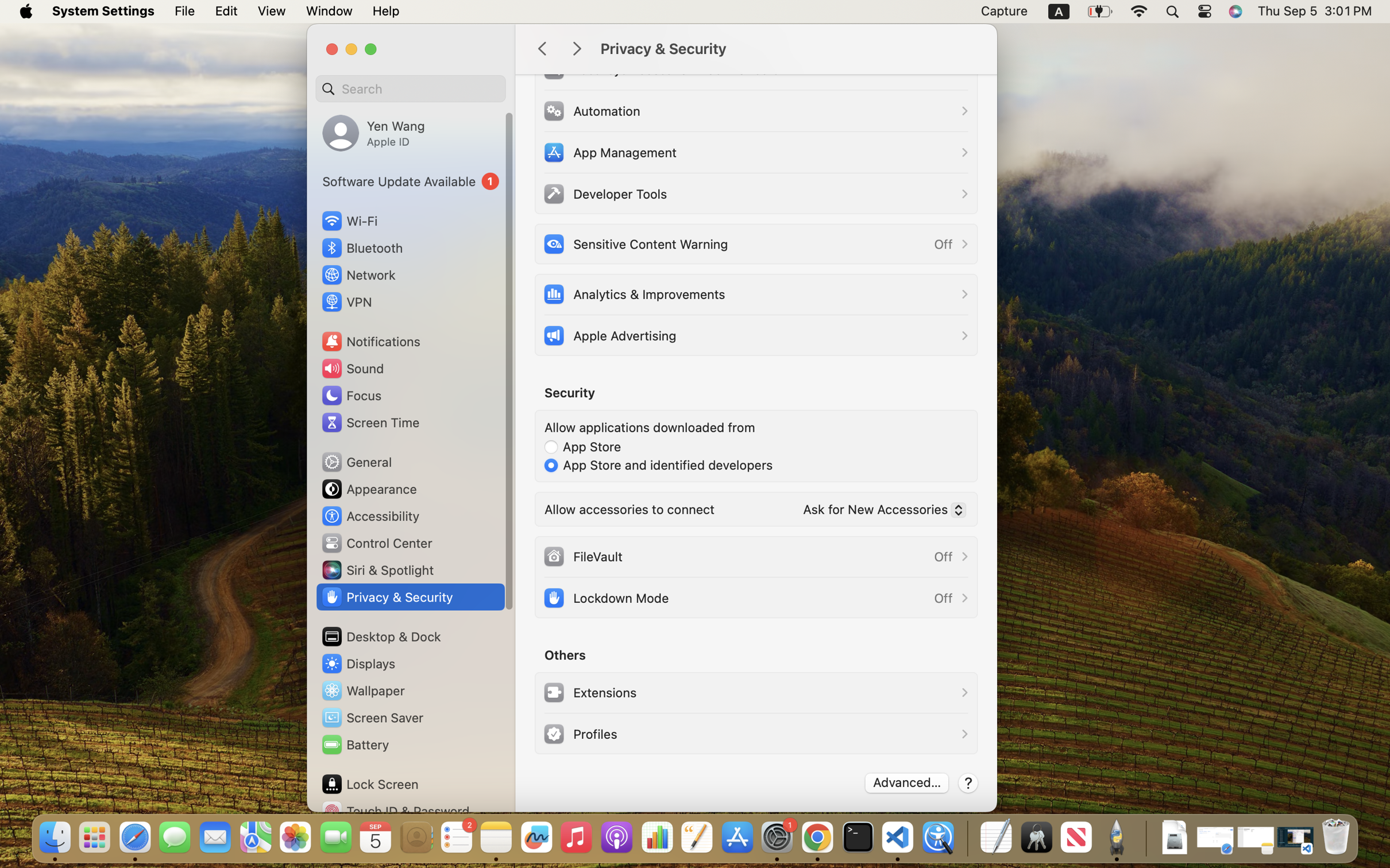 This screenshot has height=868, width=1390. I want to click on 'Wallpaper', so click(362, 691).